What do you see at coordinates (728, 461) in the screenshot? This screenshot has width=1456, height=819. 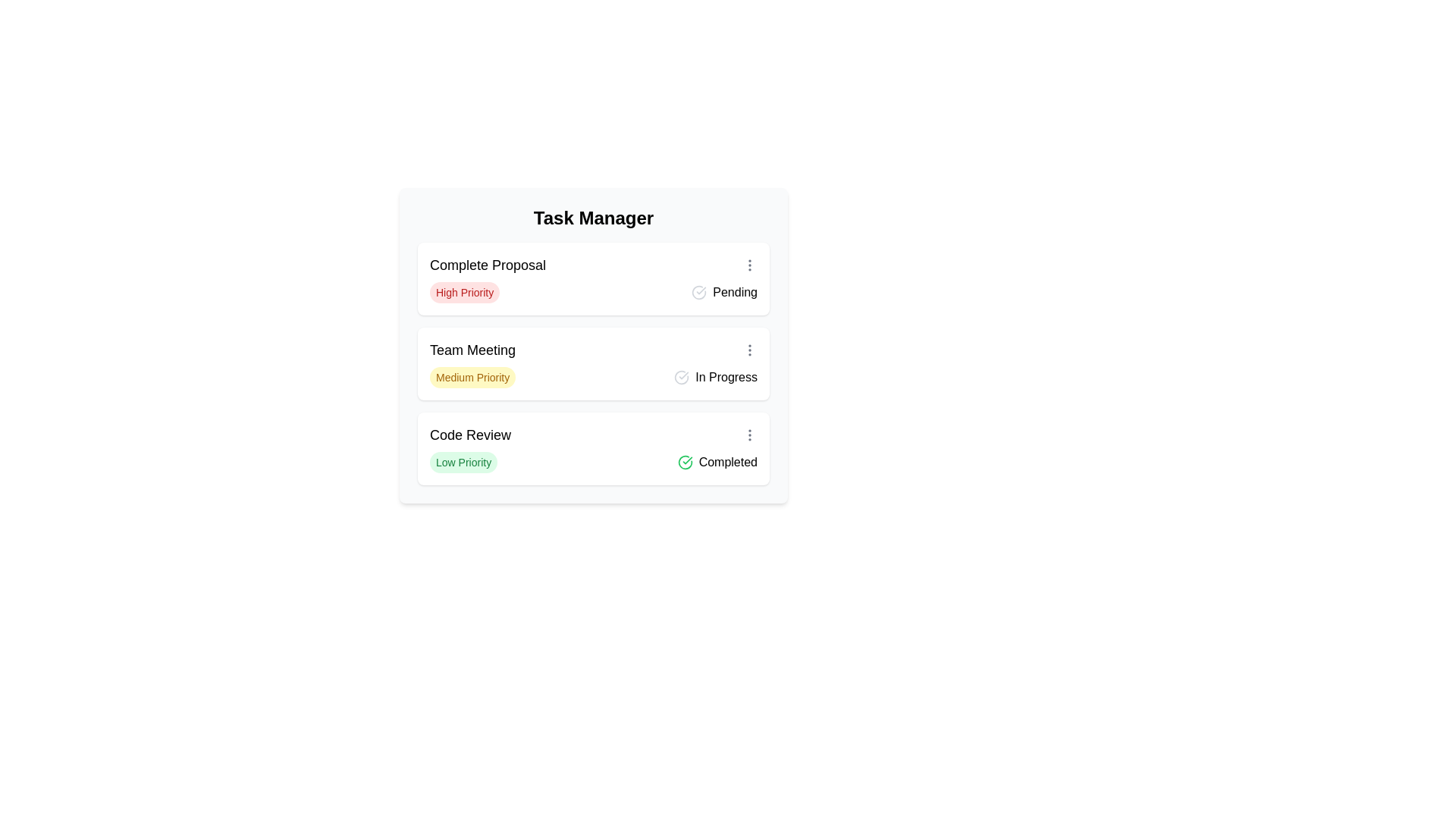 I see `the displayed text label reading 'Completed'` at bounding box center [728, 461].